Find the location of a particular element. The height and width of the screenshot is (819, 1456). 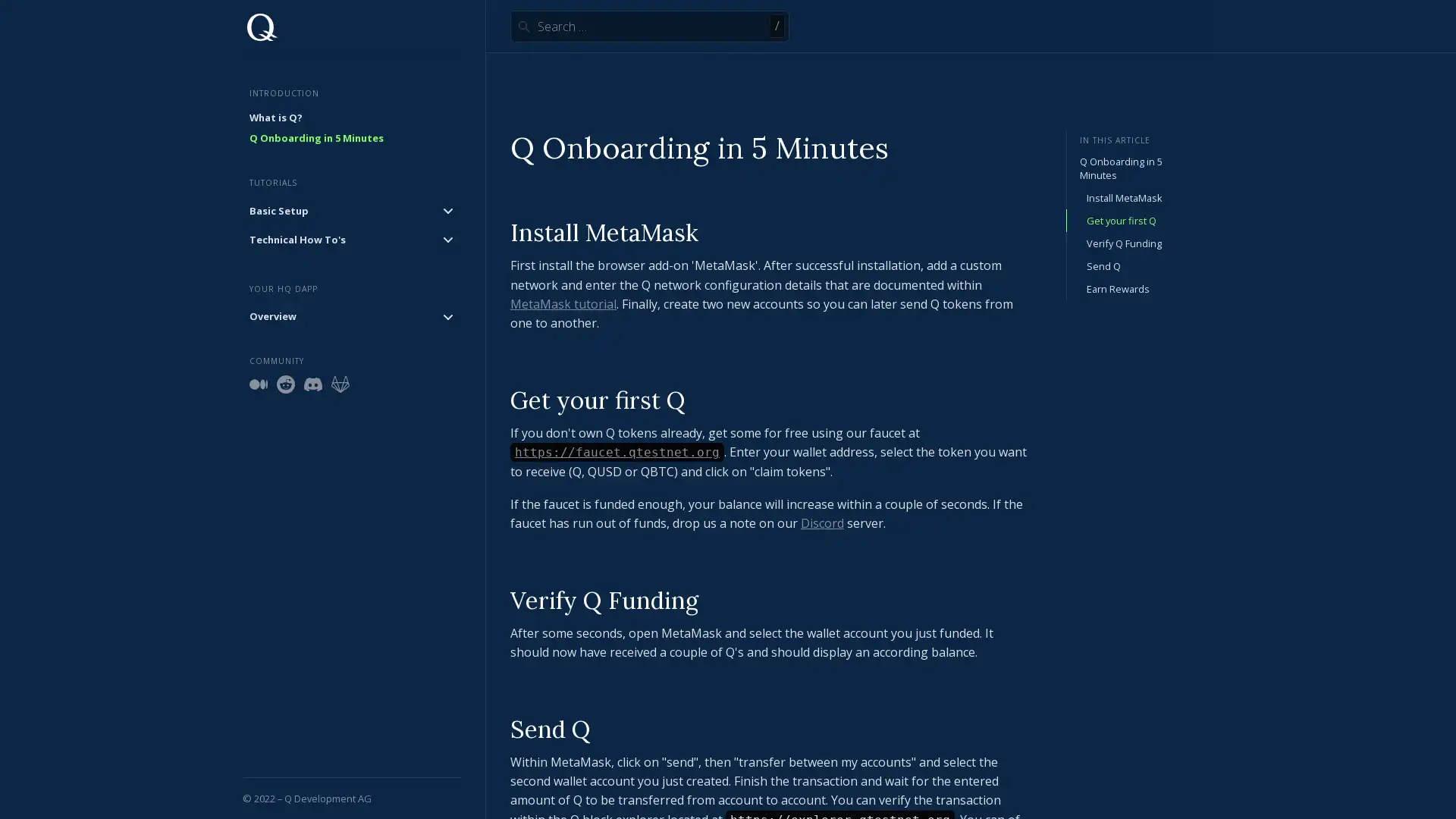

Technical How To's is located at coordinates (351, 239).